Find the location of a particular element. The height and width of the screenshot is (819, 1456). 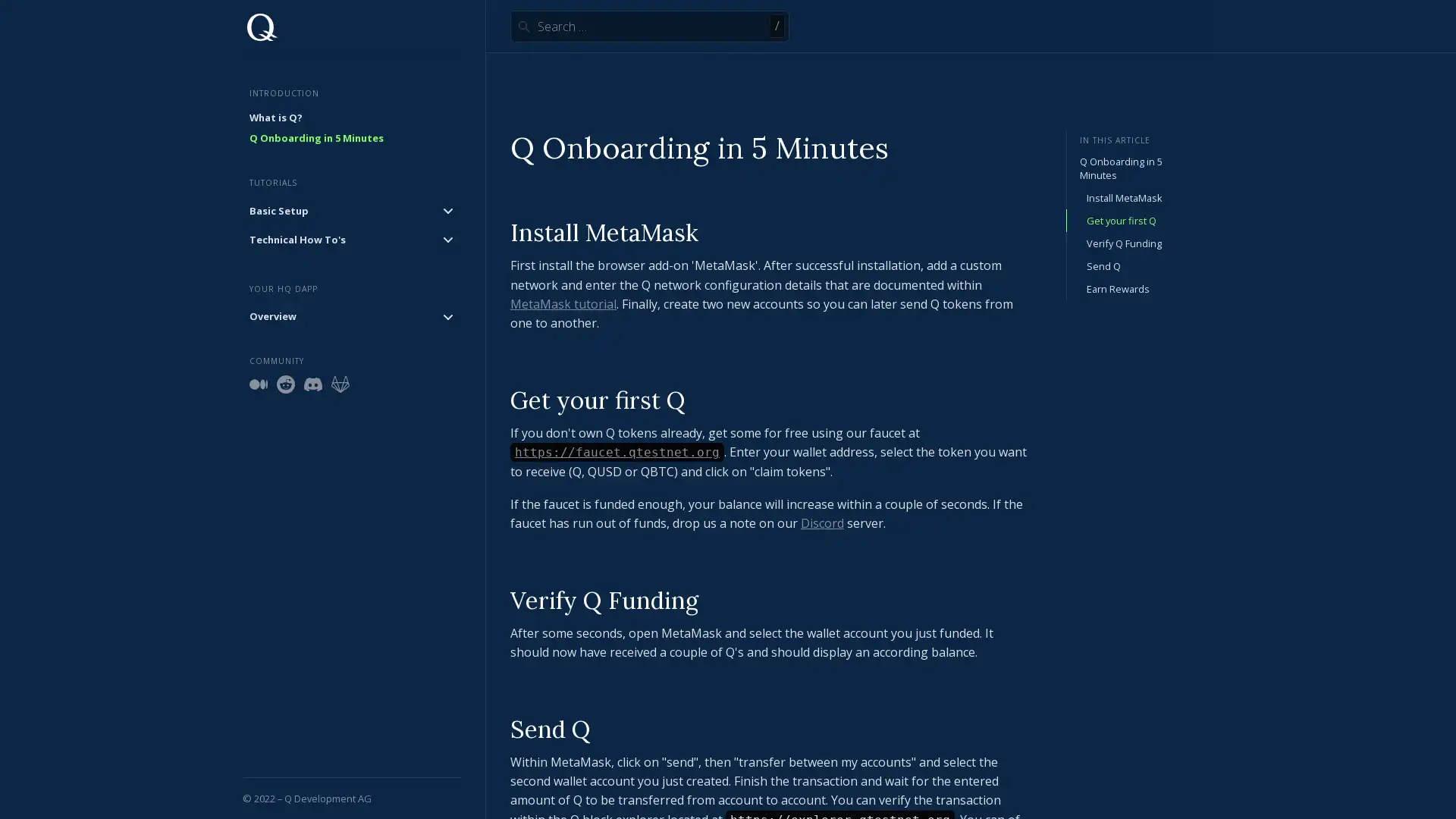

Technical How To's is located at coordinates (351, 239).